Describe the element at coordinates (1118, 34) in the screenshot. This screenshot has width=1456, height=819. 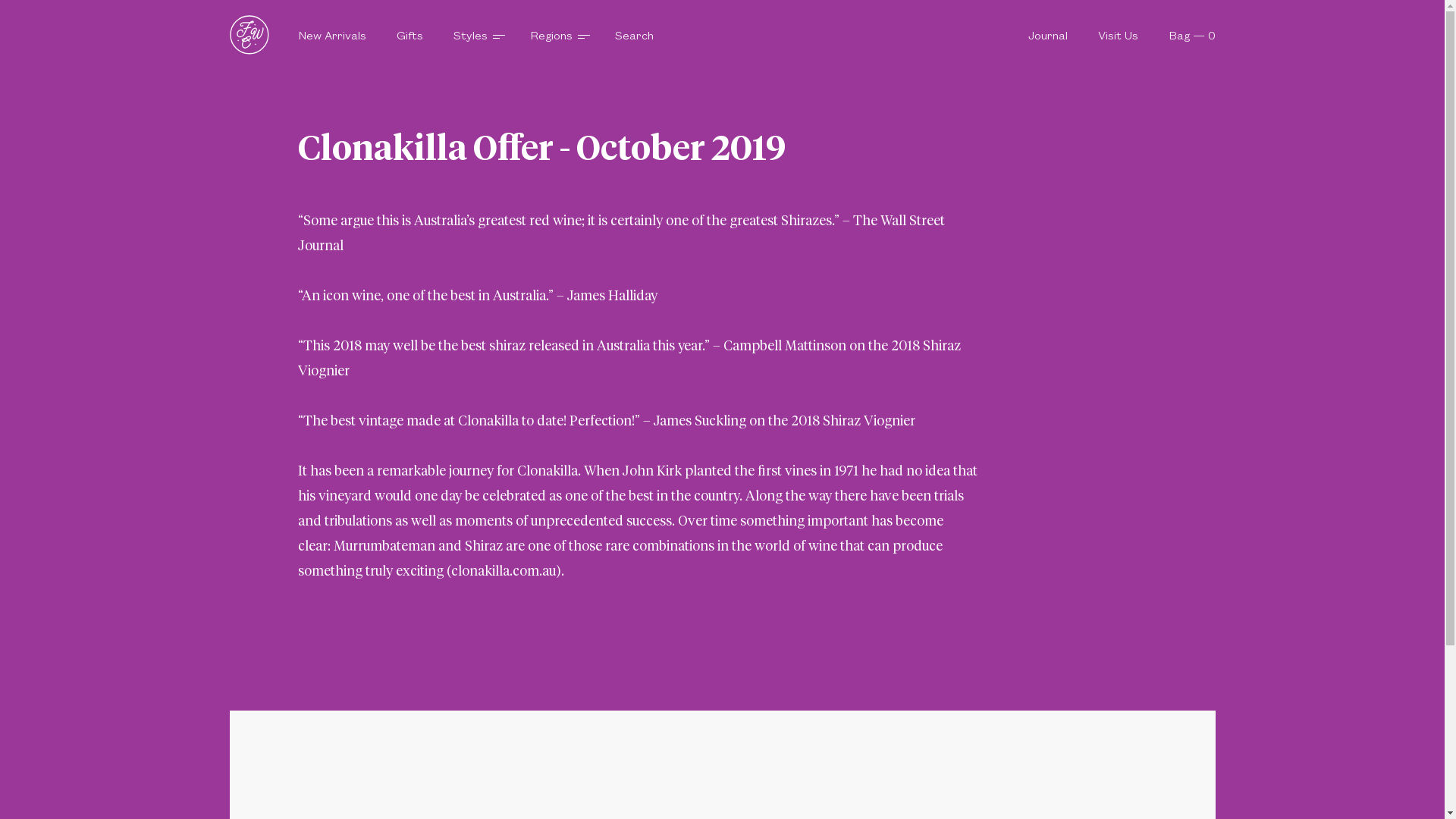
I see `'Visit Us'` at that location.